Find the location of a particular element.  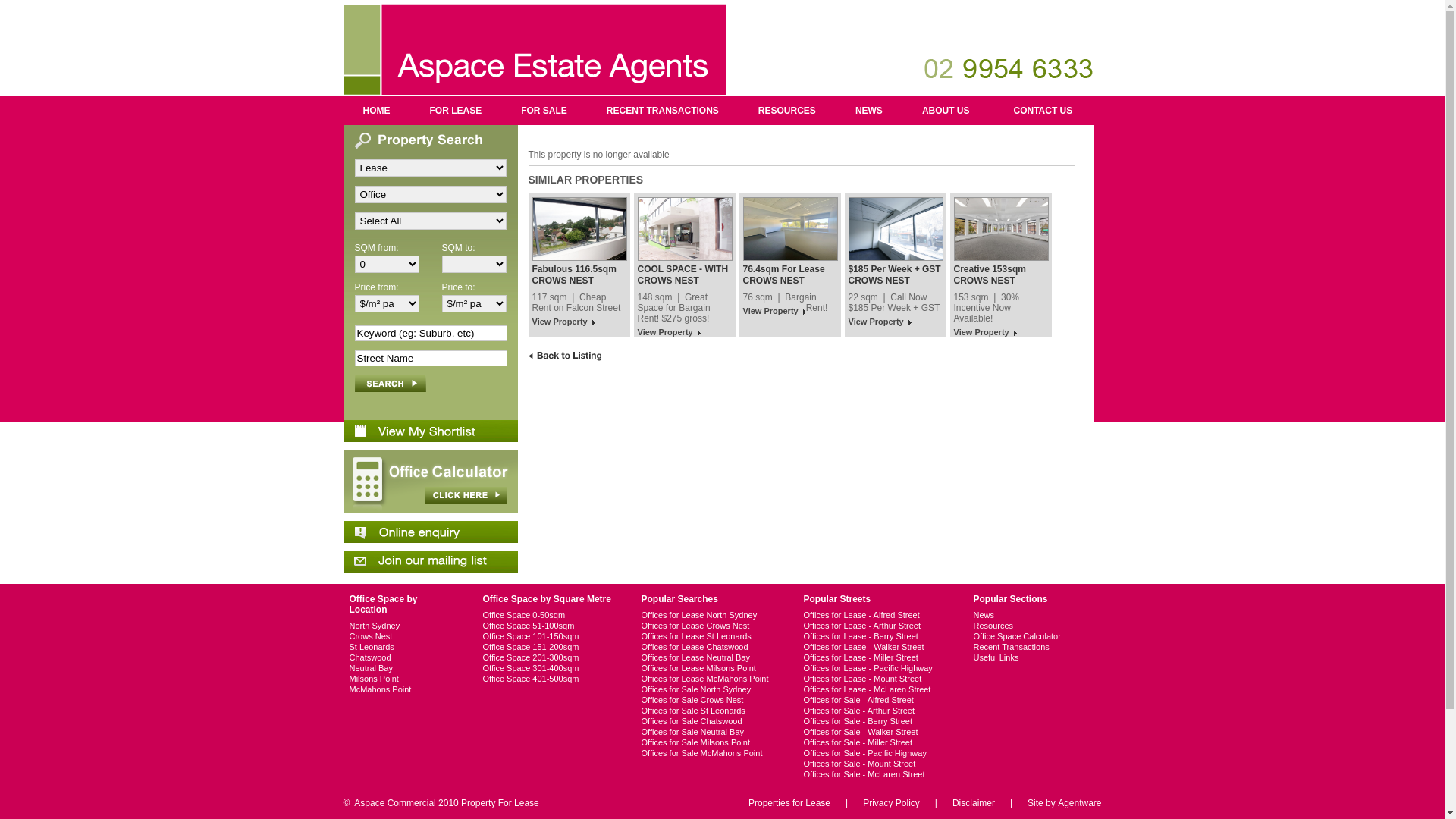

'Offices for Sale St Leonards' is located at coordinates (709, 711).